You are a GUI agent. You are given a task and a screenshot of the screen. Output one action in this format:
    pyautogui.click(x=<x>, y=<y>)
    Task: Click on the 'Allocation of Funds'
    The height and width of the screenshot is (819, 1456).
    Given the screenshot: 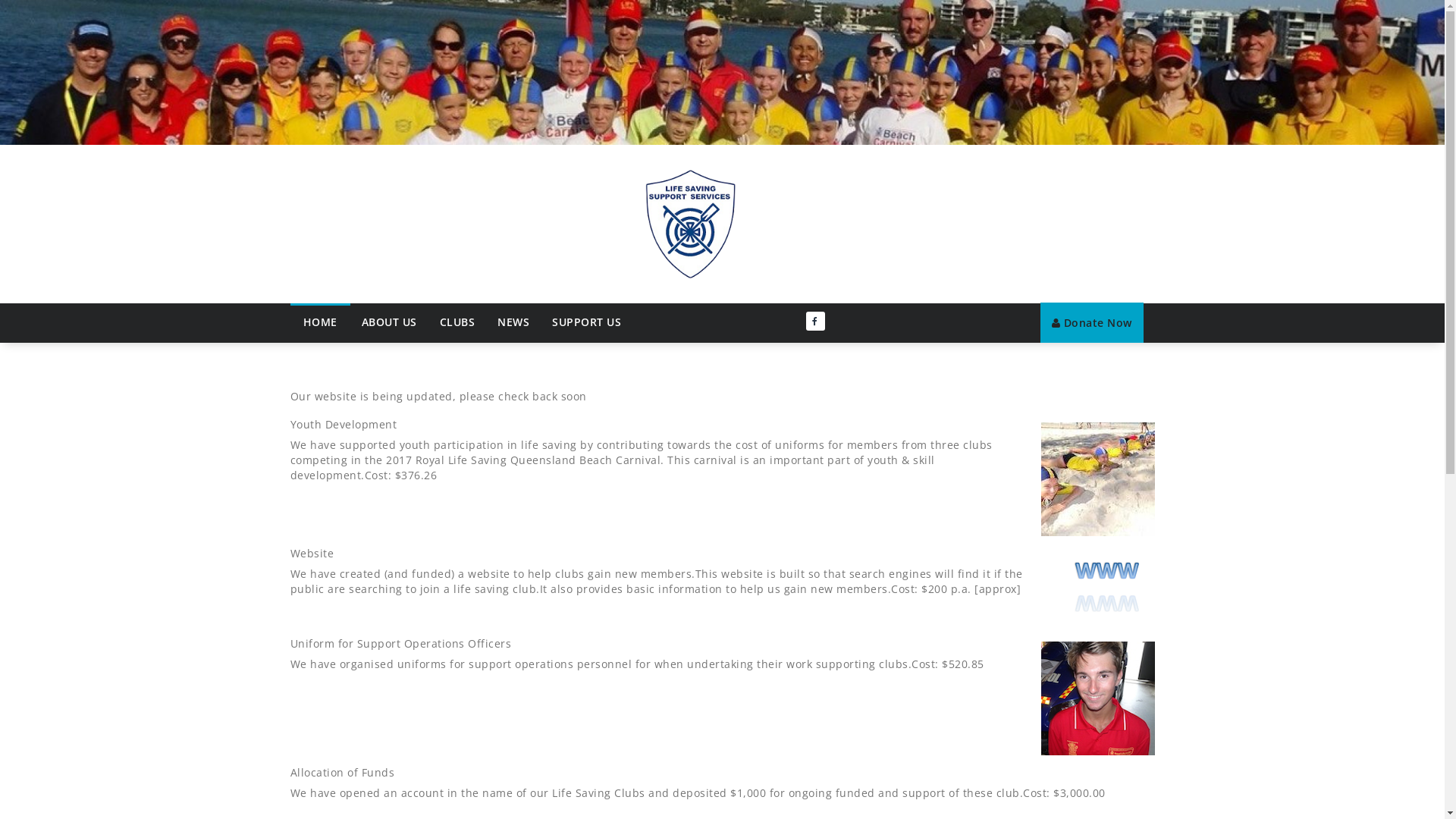 What is the action you would take?
    pyautogui.click(x=290, y=772)
    